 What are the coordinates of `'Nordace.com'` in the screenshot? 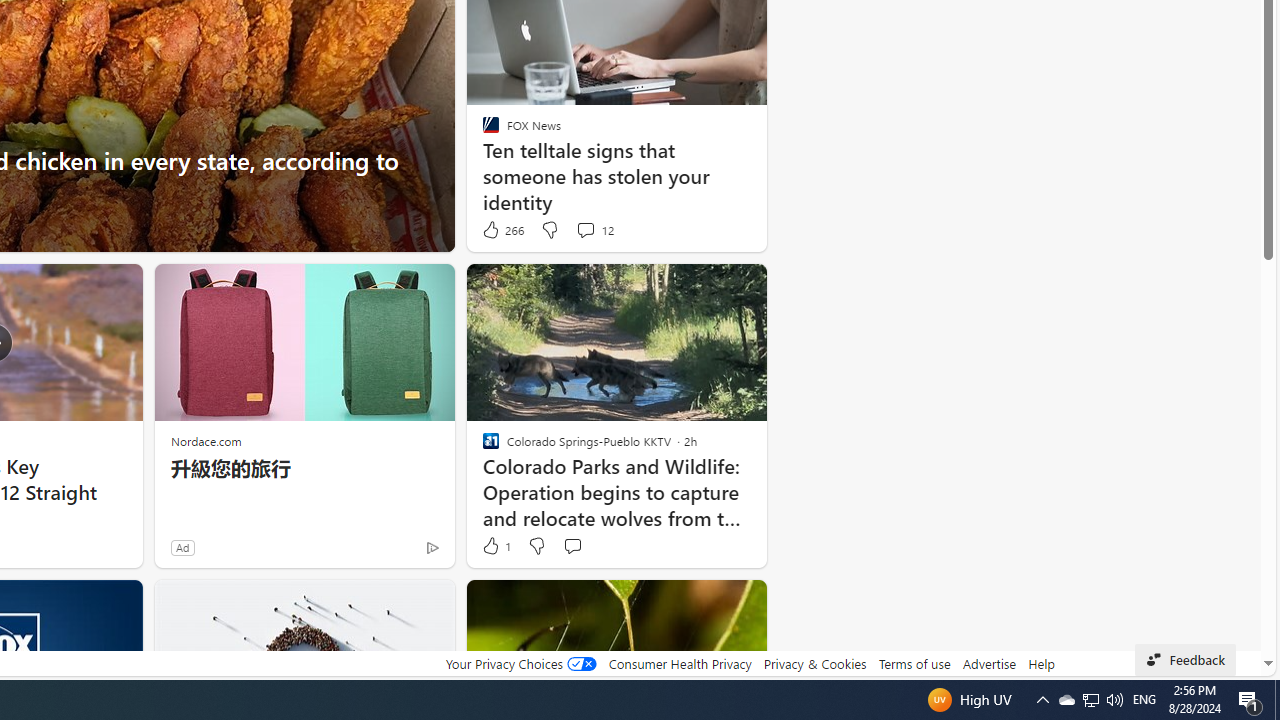 It's located at (206, 440).